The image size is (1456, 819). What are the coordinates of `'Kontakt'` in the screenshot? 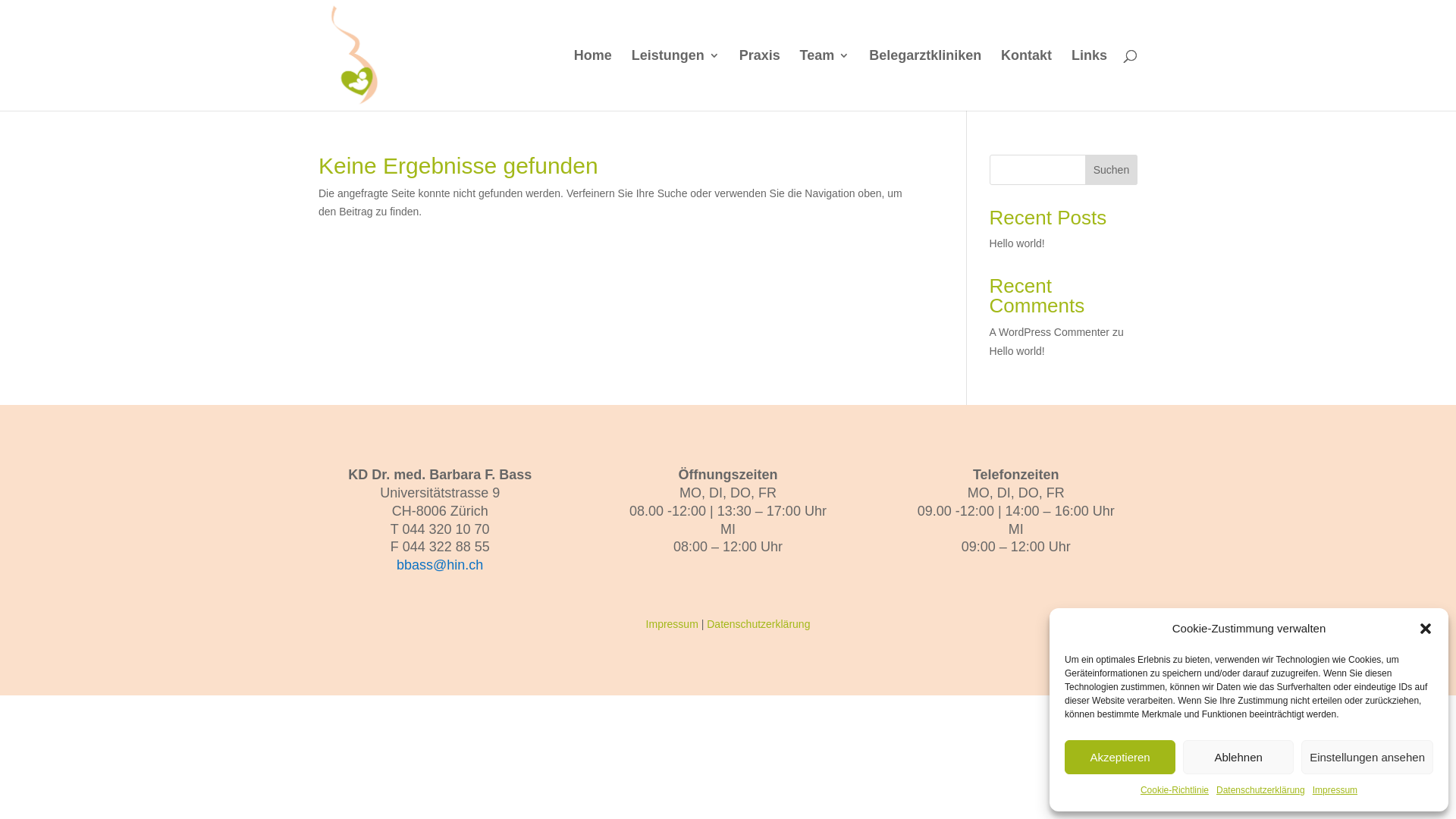 It's located at (1026, 80).